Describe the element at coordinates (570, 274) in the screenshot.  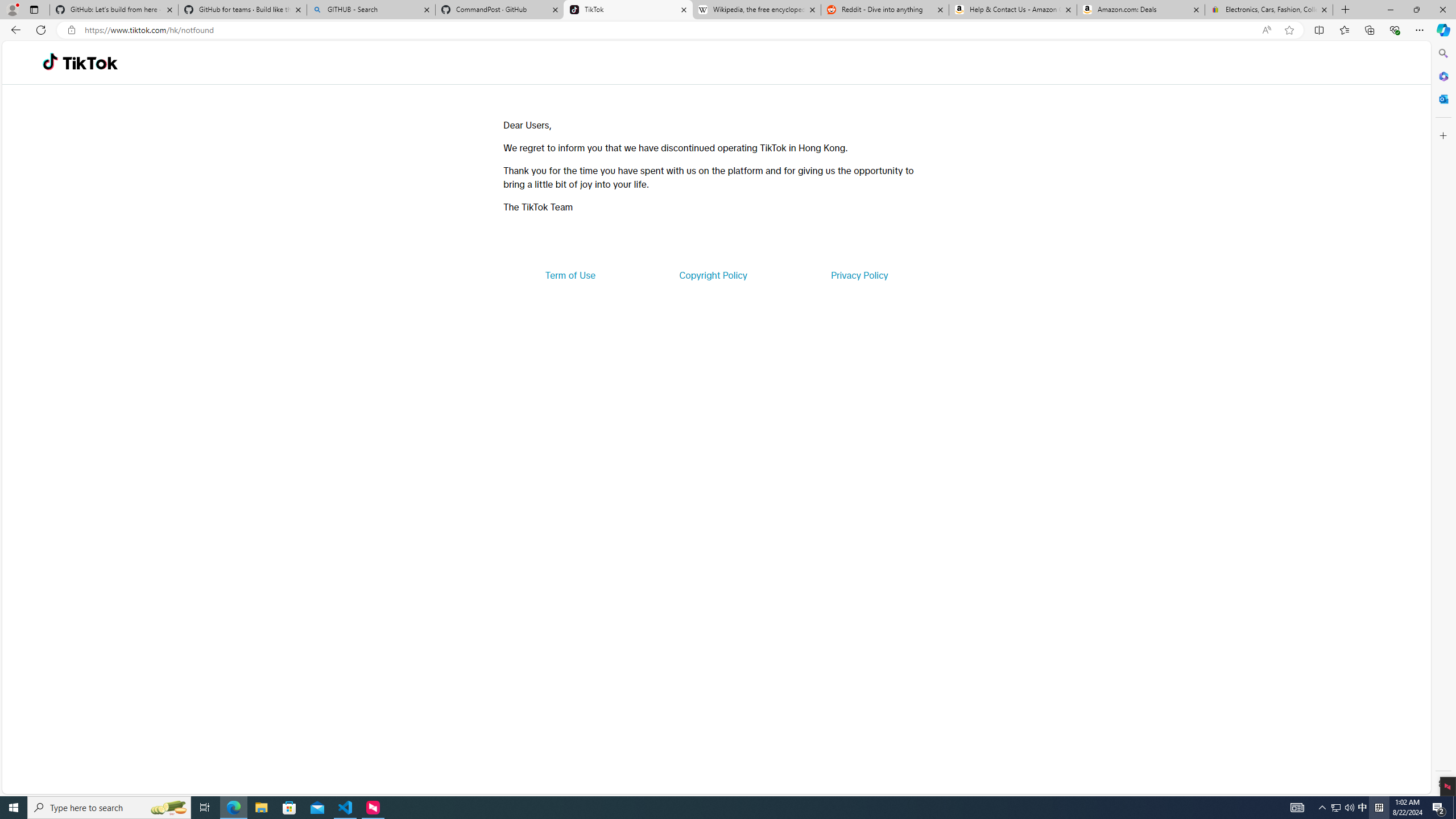
I see `'Term of Use'` at that location.